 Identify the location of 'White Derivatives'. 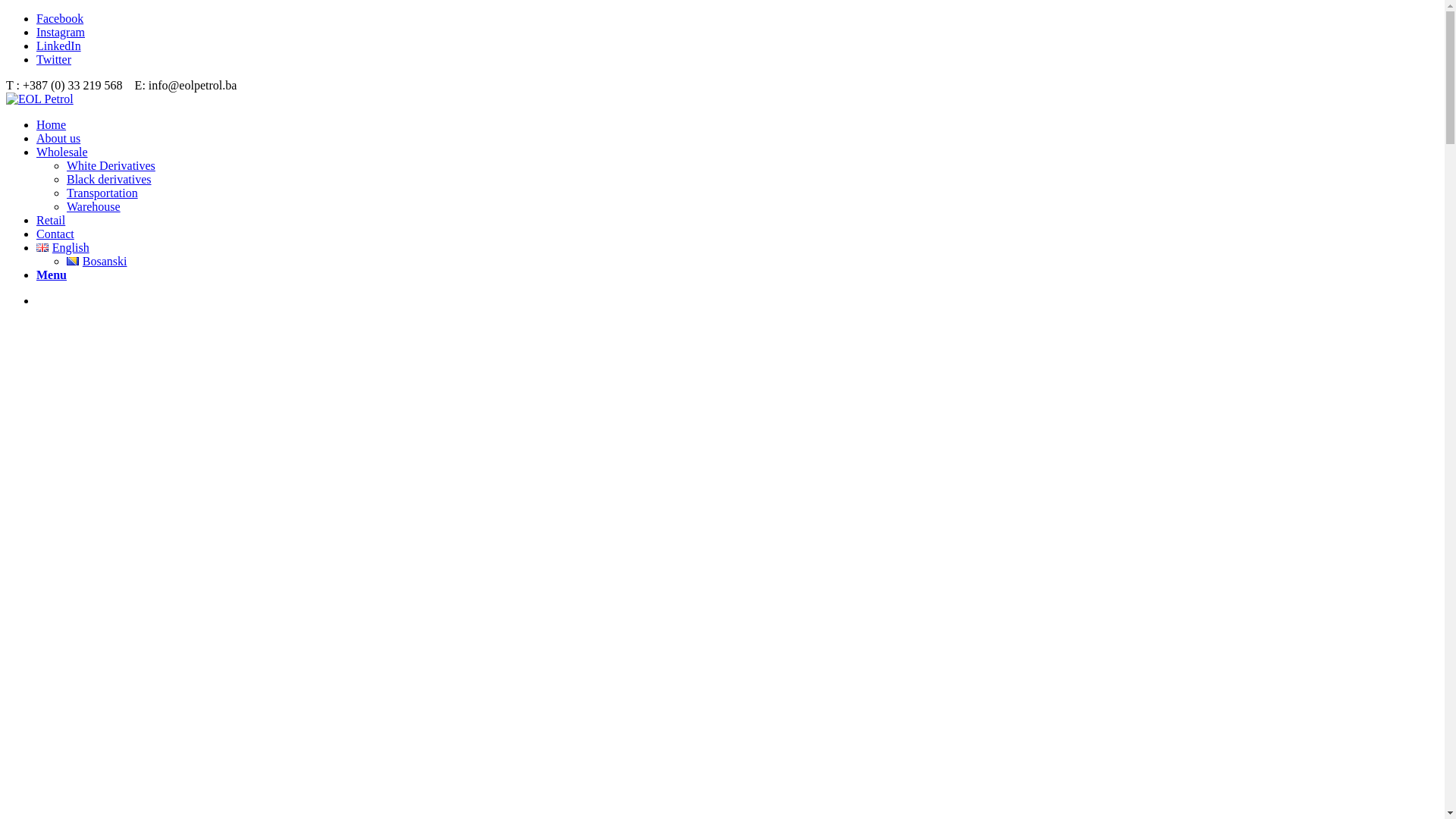
(110, 165).